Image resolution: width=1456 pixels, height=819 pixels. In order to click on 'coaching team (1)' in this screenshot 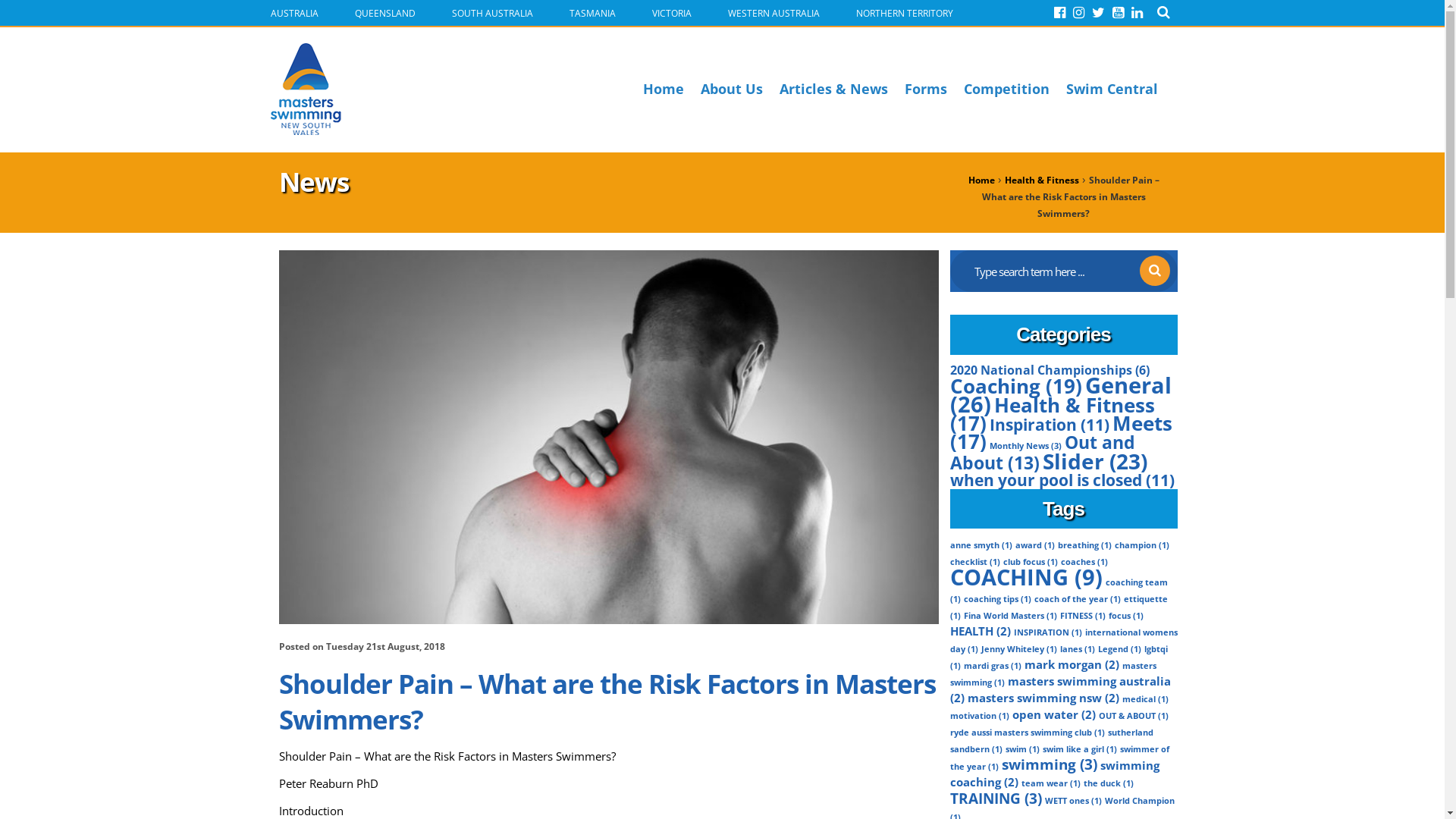, I will do `click(1057, 590)`.